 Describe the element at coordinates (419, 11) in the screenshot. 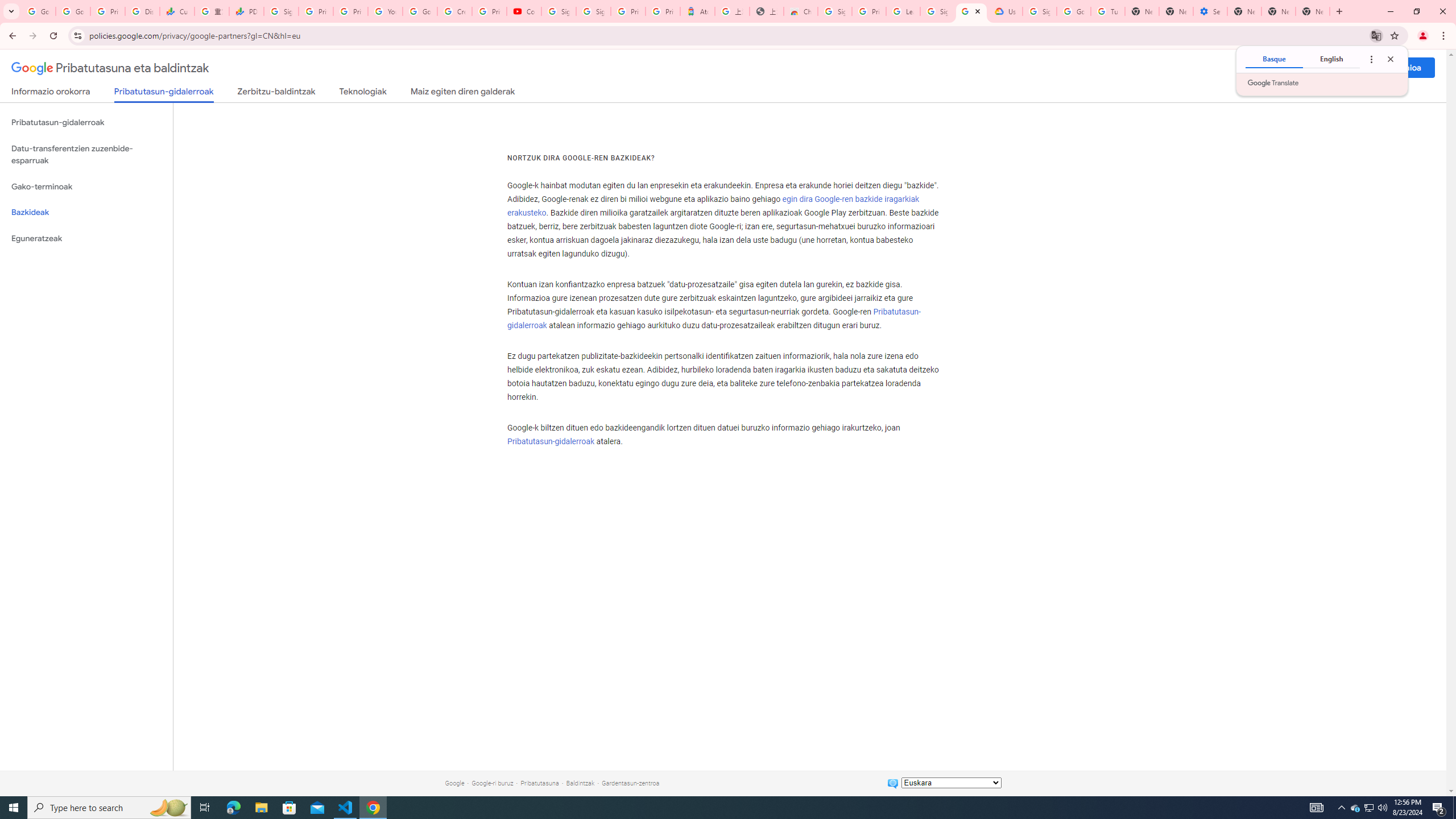

I see `'Google Account Help'` at that location.